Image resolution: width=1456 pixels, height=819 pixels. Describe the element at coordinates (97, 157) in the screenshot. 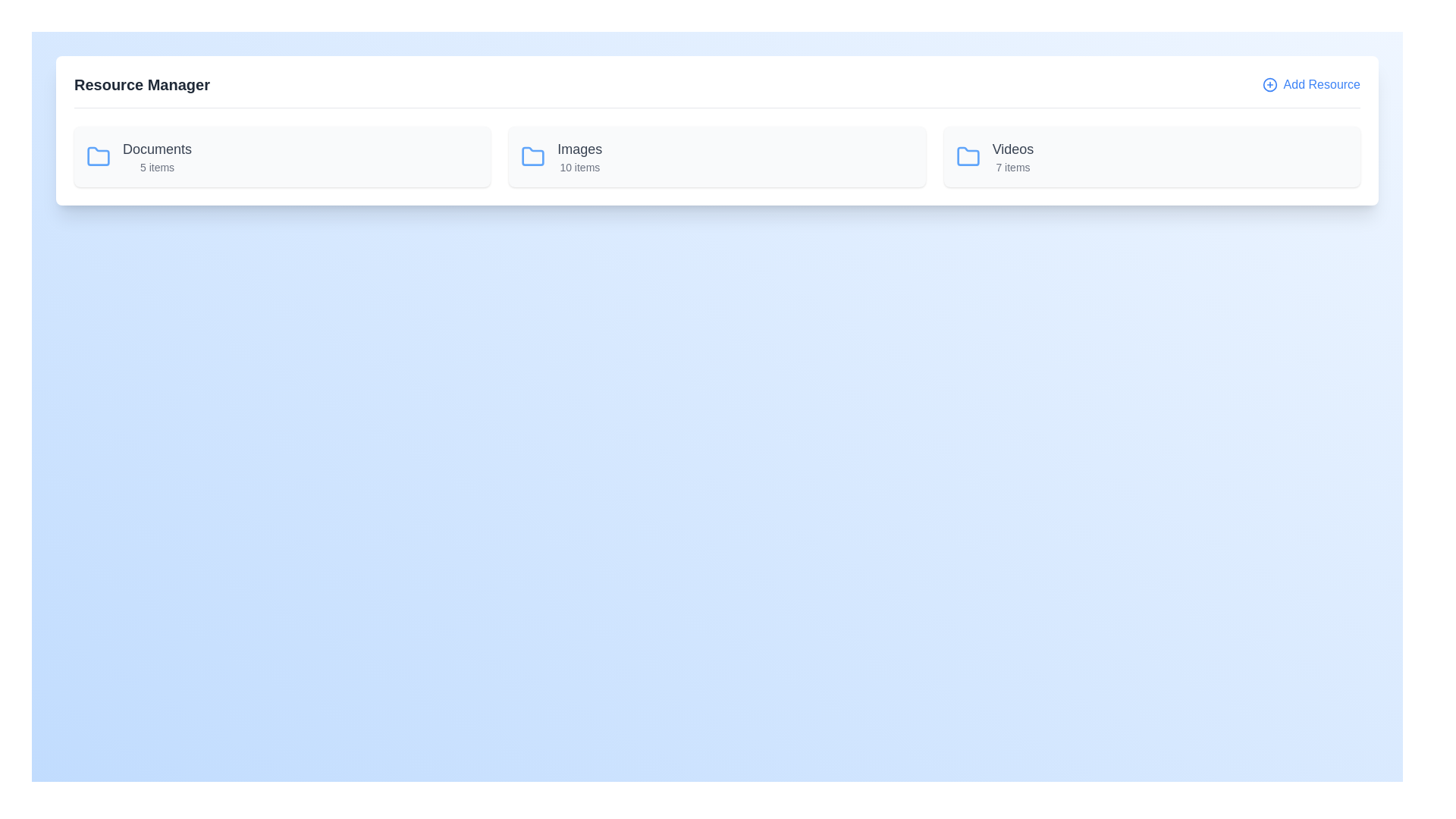

I see `the 'Documents' folder icon located in the upper area of the page inside the card labeled 'Documents', positioned on the left side of the card` at that location.